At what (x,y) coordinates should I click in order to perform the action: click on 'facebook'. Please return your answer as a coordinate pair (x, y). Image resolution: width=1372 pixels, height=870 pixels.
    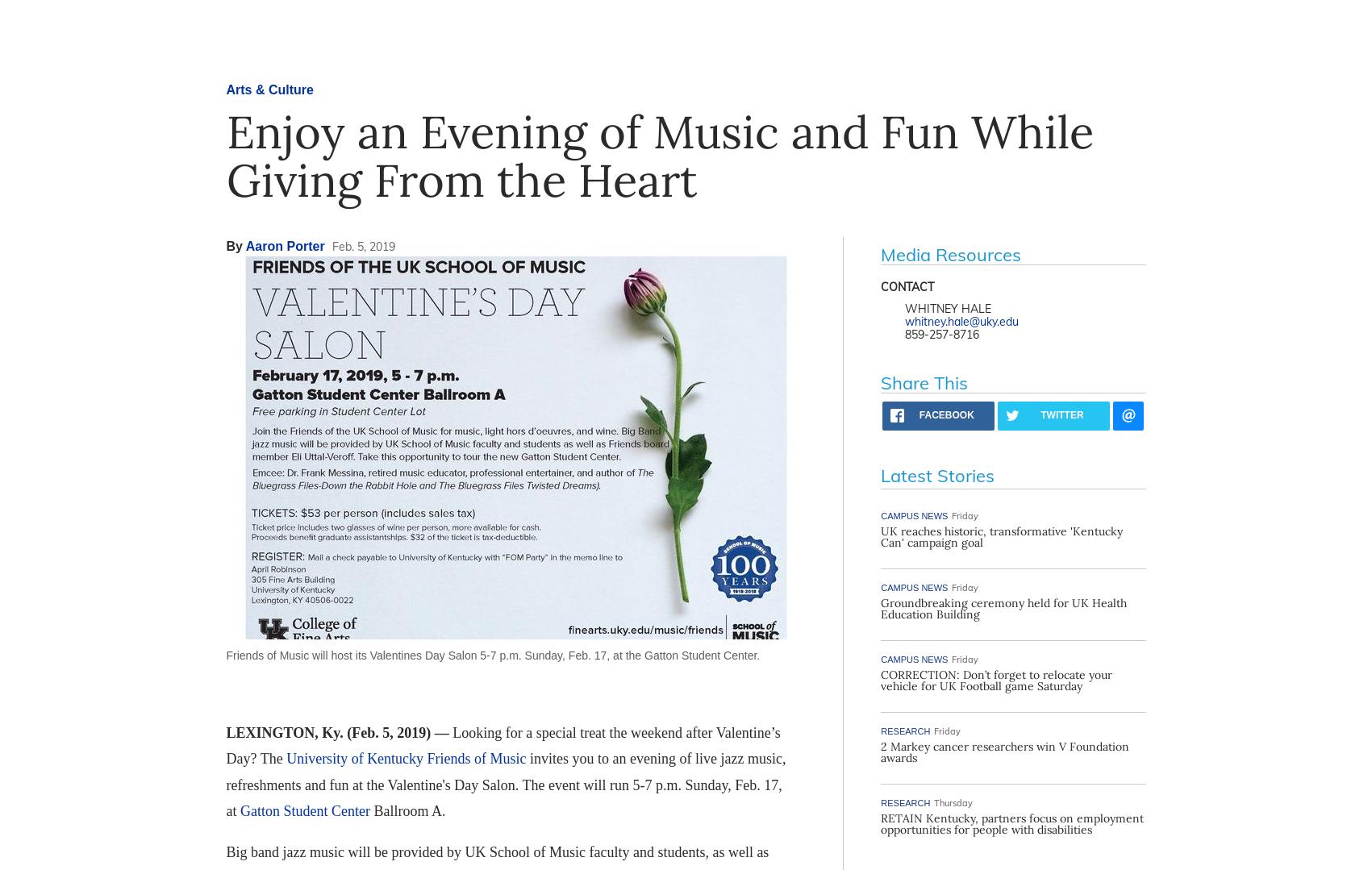
    Looking at the image, I should click on (945, 414).